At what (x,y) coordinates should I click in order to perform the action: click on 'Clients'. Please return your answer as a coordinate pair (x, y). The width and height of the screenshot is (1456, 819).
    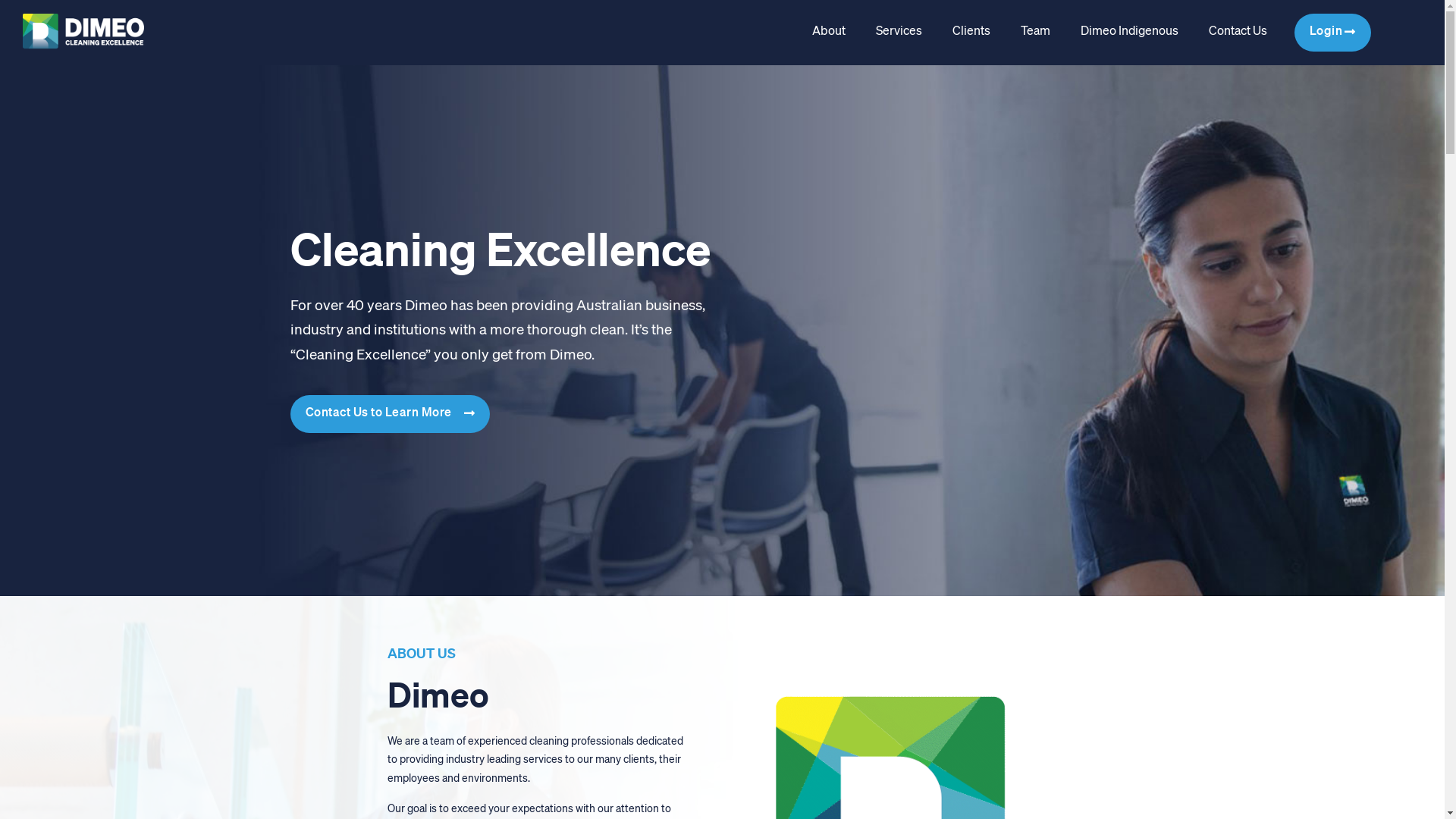
    Looking at the image, I should click on (971, 32).